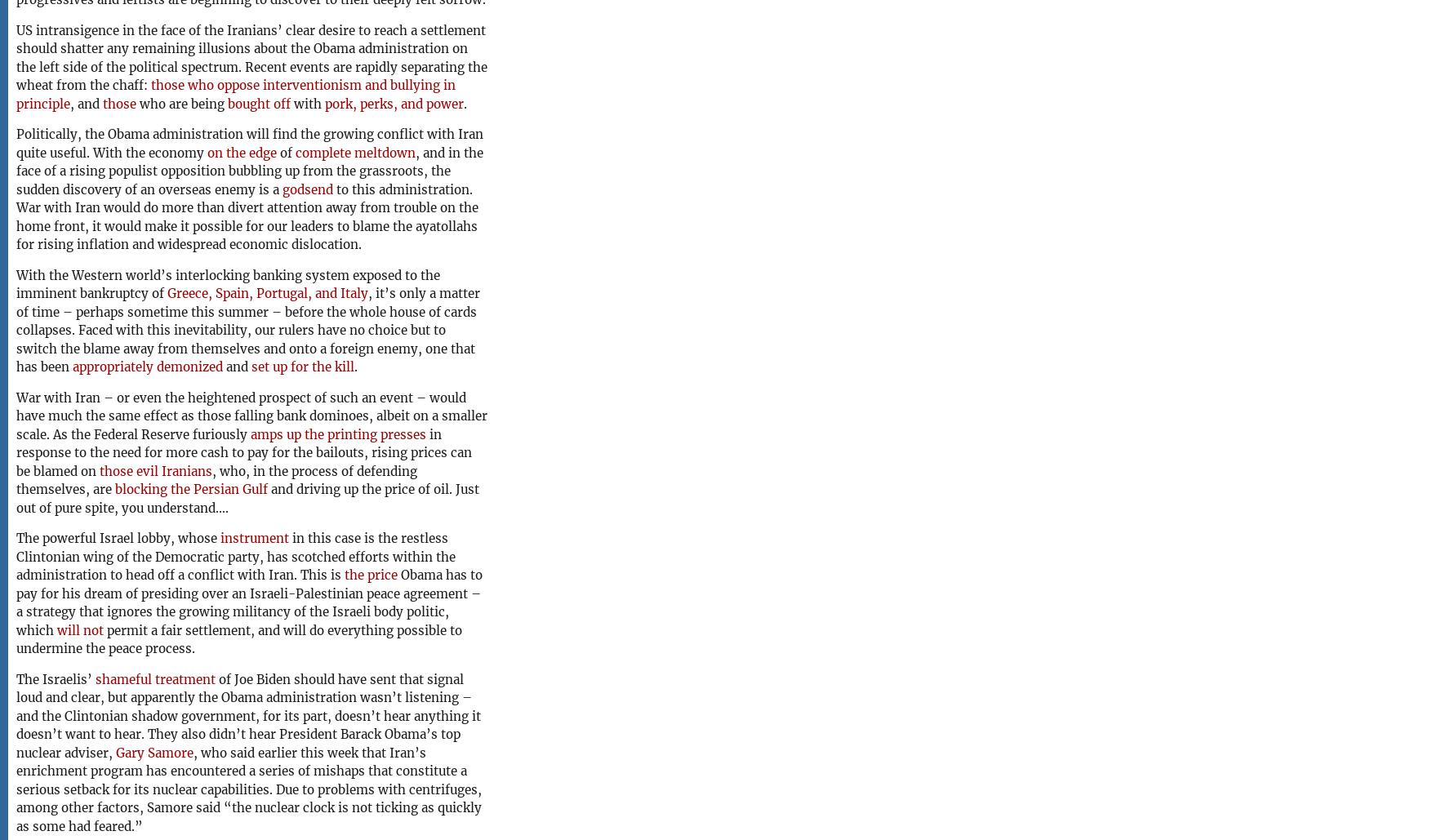  Describe the element at coordinates (354, 152) in the screenshot. I see `'complete meltdown'` at that location.